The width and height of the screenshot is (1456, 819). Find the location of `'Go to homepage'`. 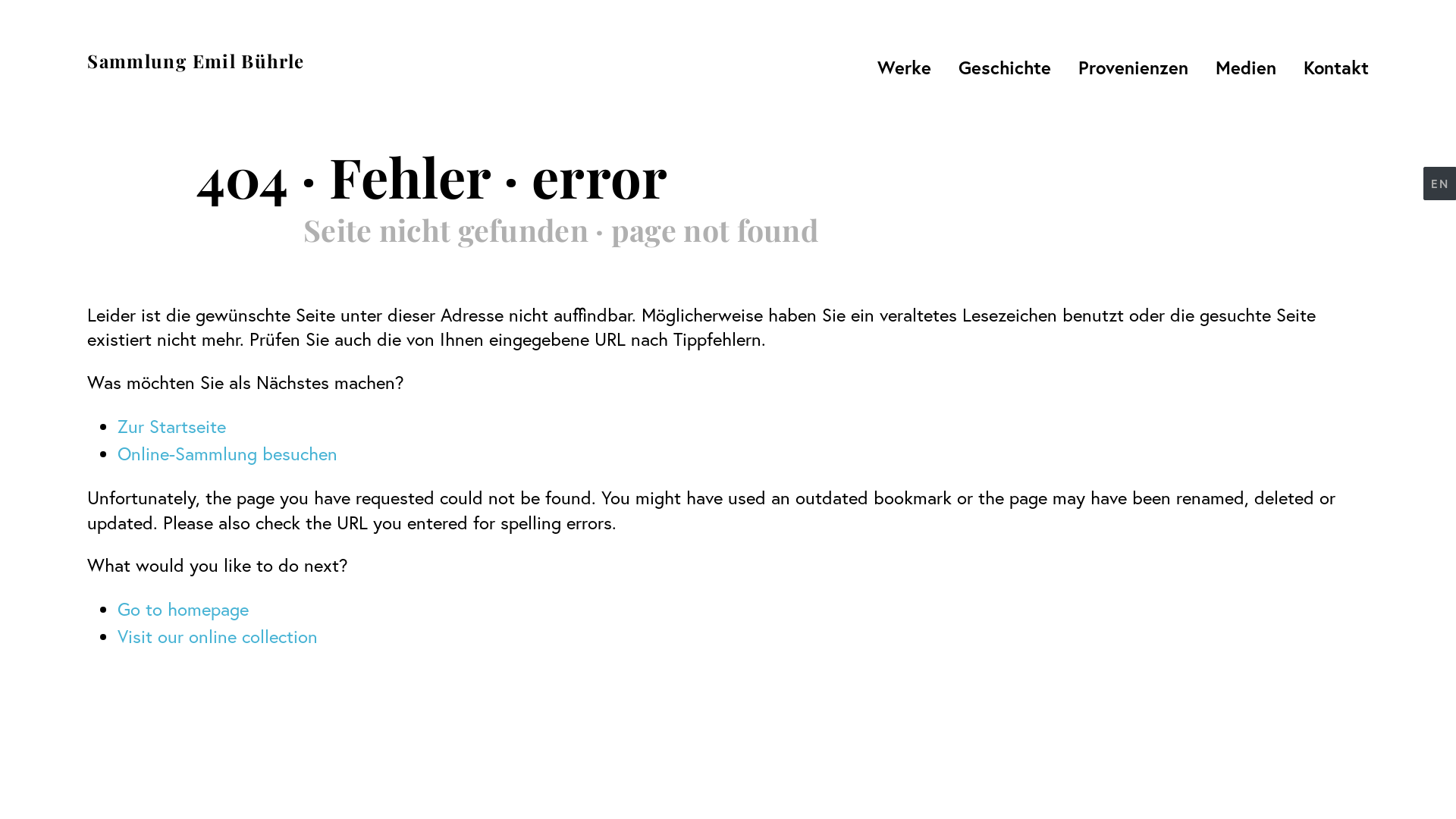

'Go to homepage' is located at coordinates (182, 607).